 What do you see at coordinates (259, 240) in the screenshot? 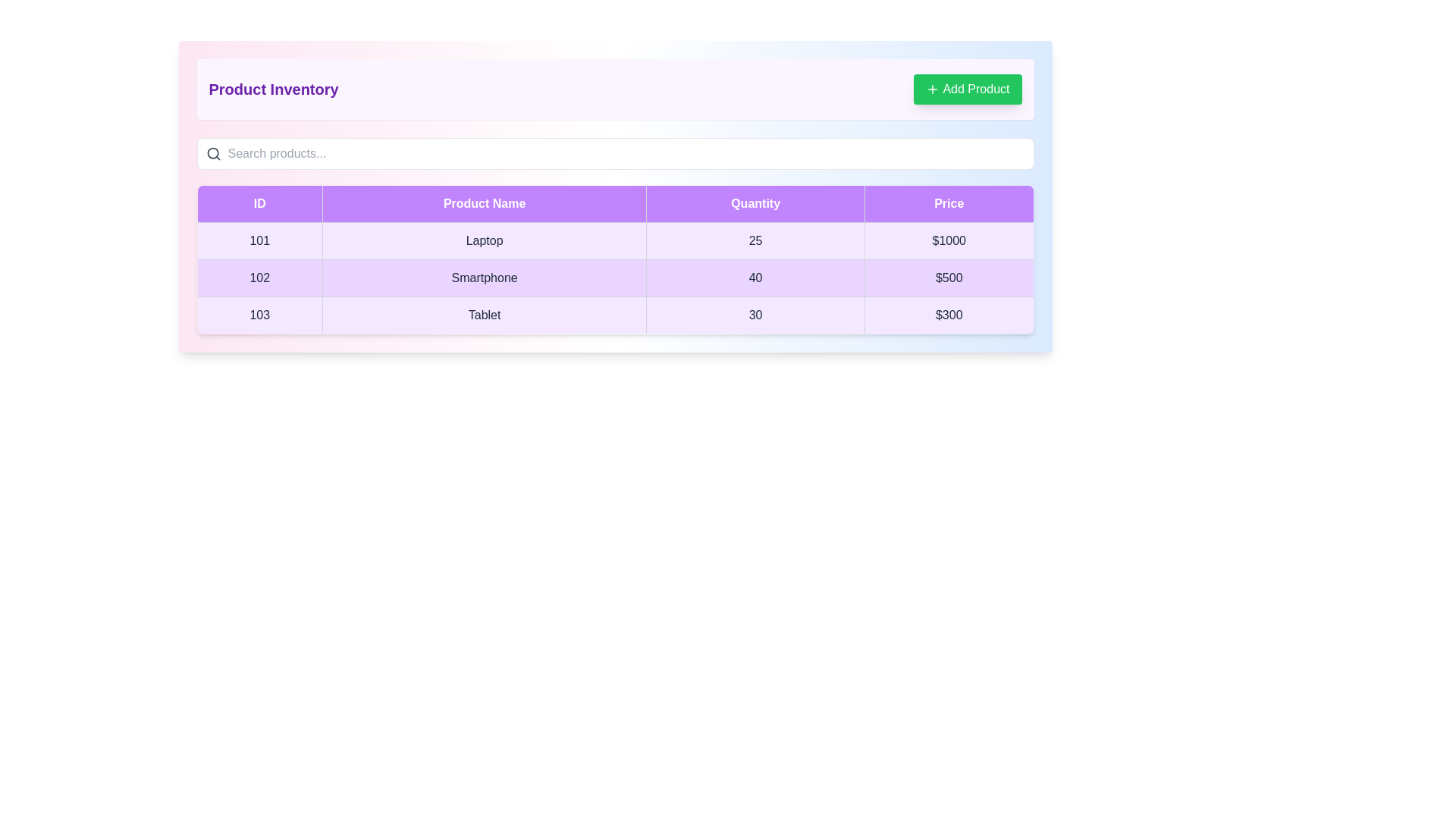
I see `text '101' from the table cell element with a purple background and gray border, located in the first column under the 'ID' header` at bounding box center [259, 240].